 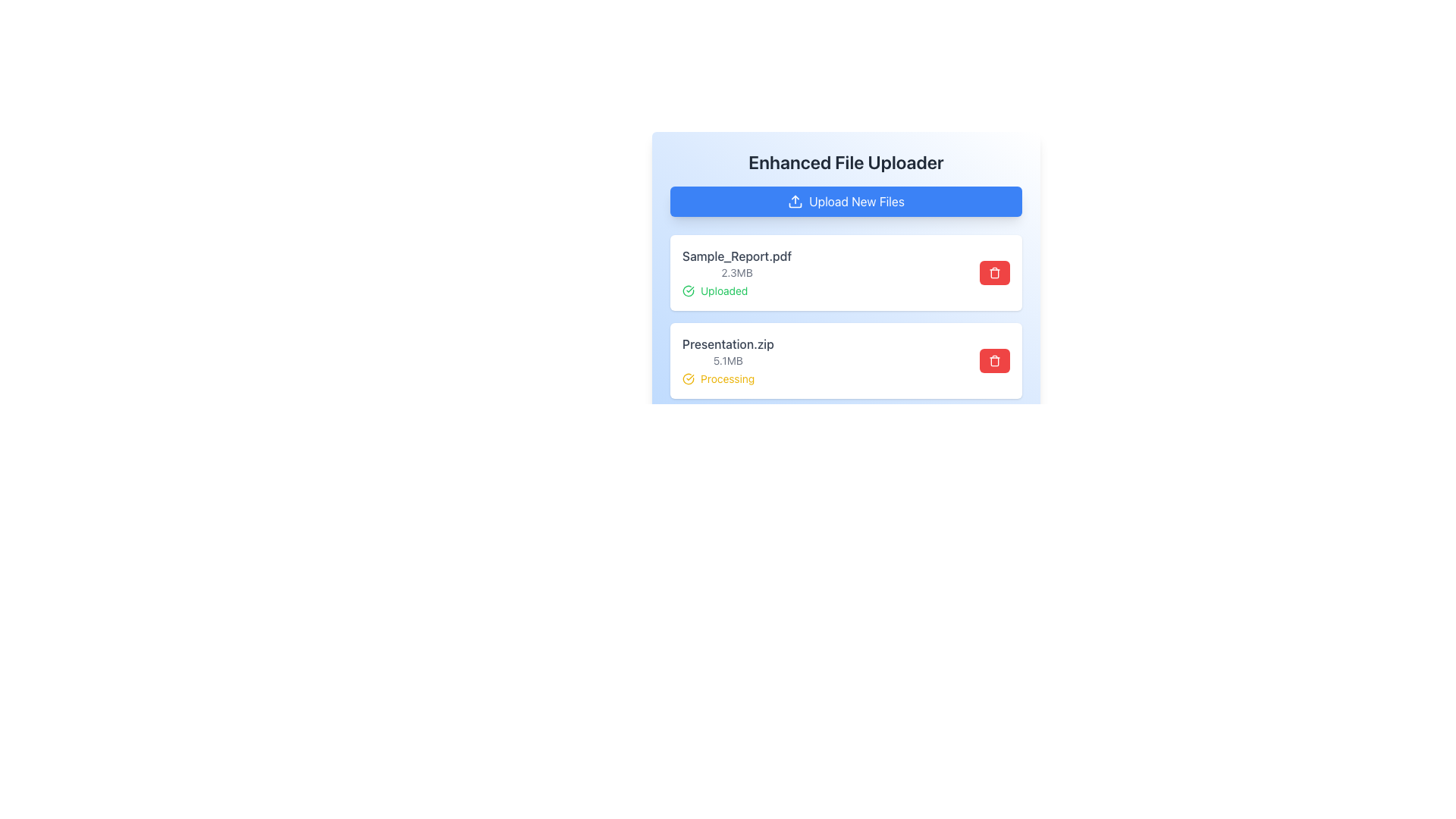 I want to click on the text label with icon that indicates the successful upload status of the file 'Sample_Report.pdf' with size '2.3MB', so click(x=737, y=291).